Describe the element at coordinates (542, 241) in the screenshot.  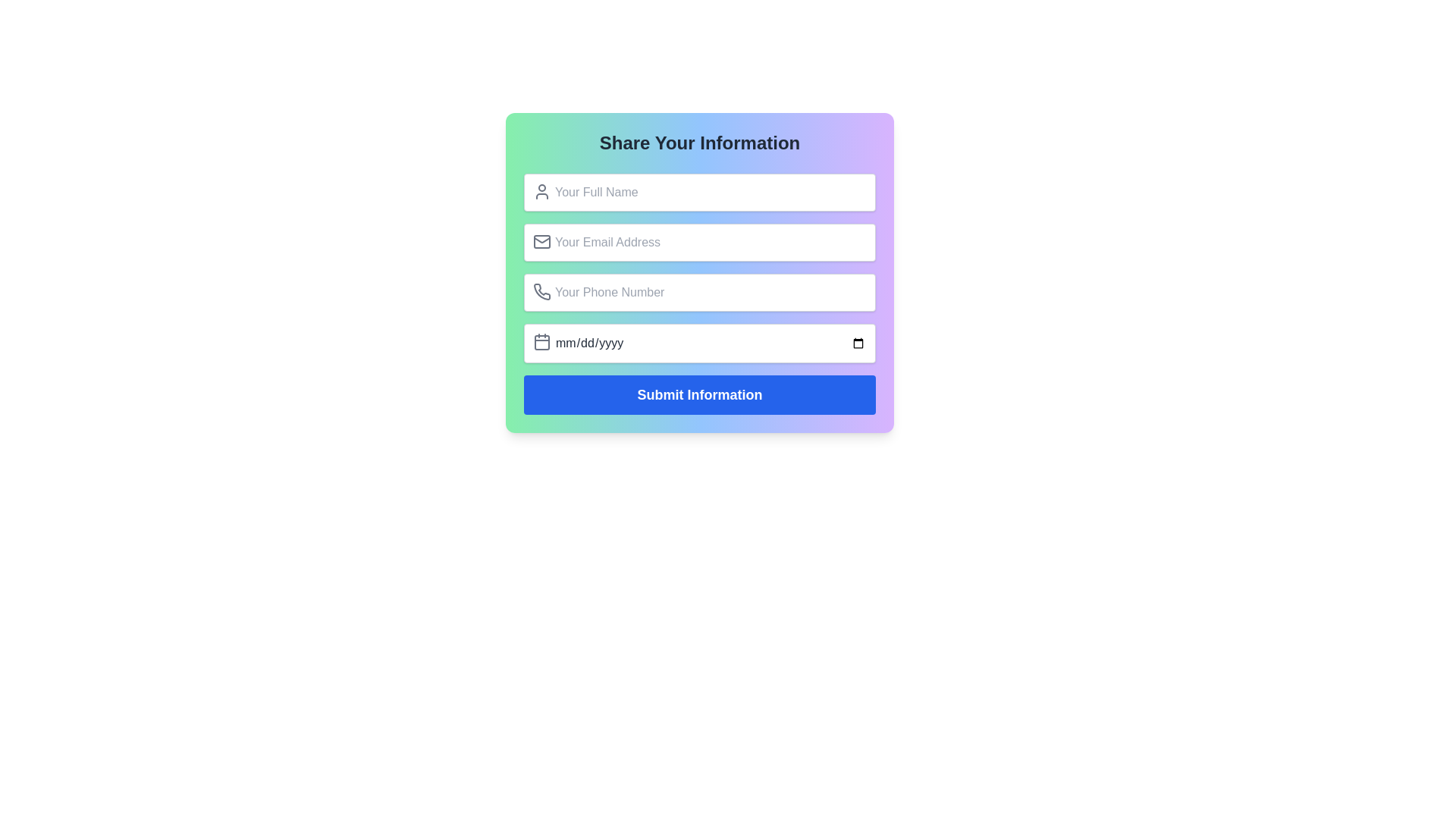
I see `the decorative icon indicating the semantic association with the email input field in the 'Share Your Information' form, positioned to the left of 'Your Email Address'` at that location.